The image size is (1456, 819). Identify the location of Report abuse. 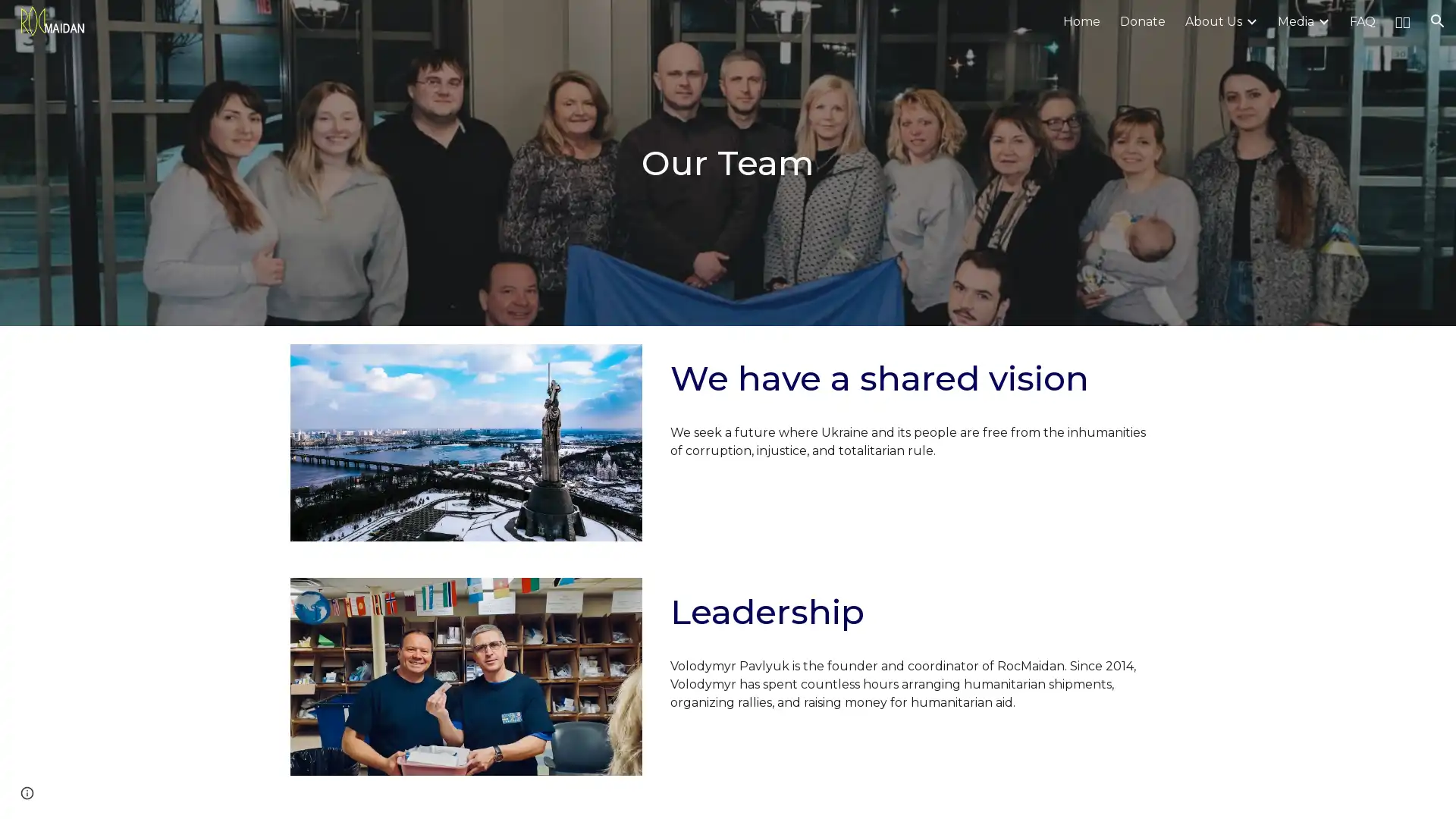
(182, 792).